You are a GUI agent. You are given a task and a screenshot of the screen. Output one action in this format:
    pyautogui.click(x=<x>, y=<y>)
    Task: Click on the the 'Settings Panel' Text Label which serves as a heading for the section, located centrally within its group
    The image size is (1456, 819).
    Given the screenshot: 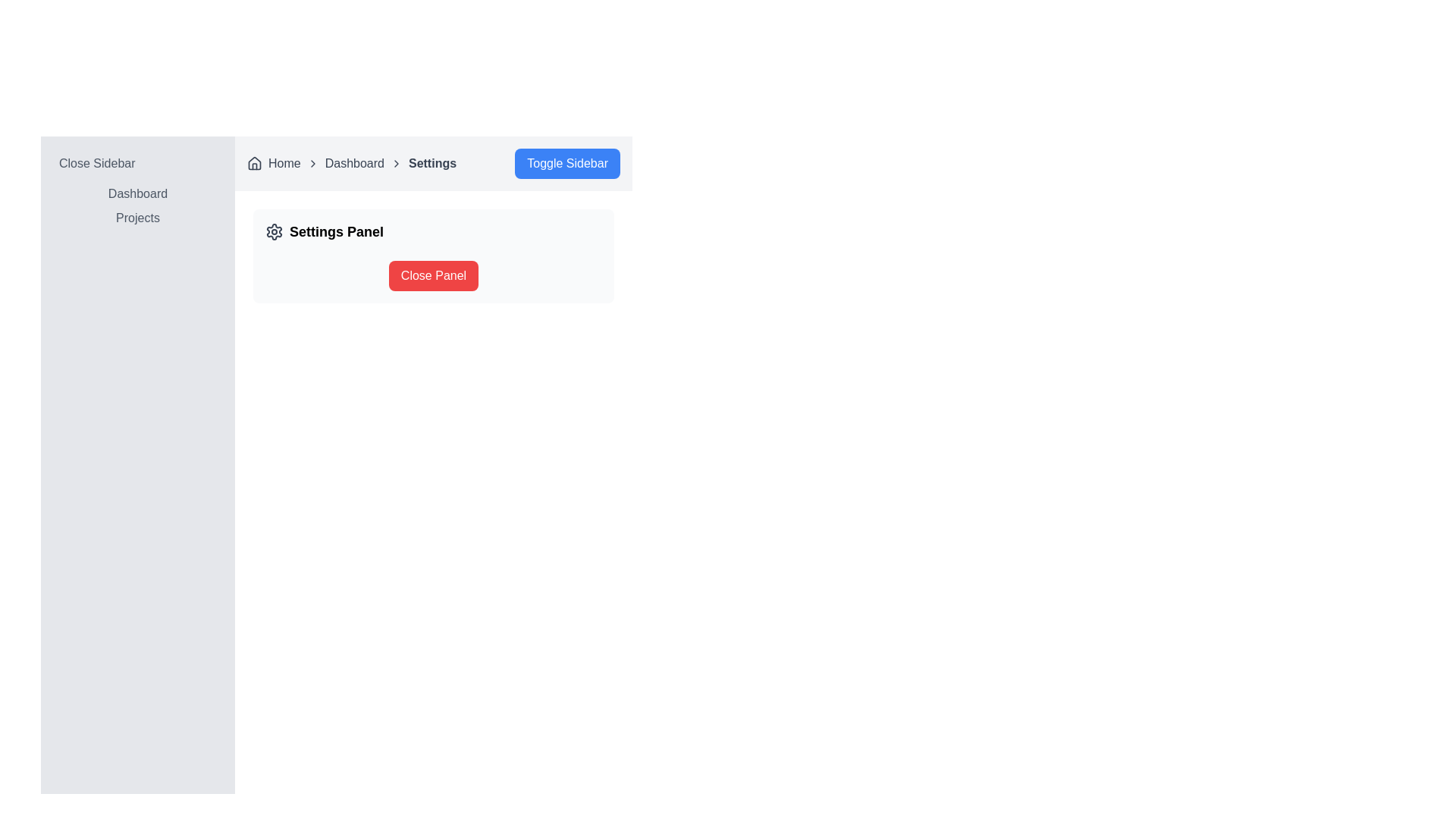 What is the action you would take?
    pyautogui.click(x=336, y=231)
    